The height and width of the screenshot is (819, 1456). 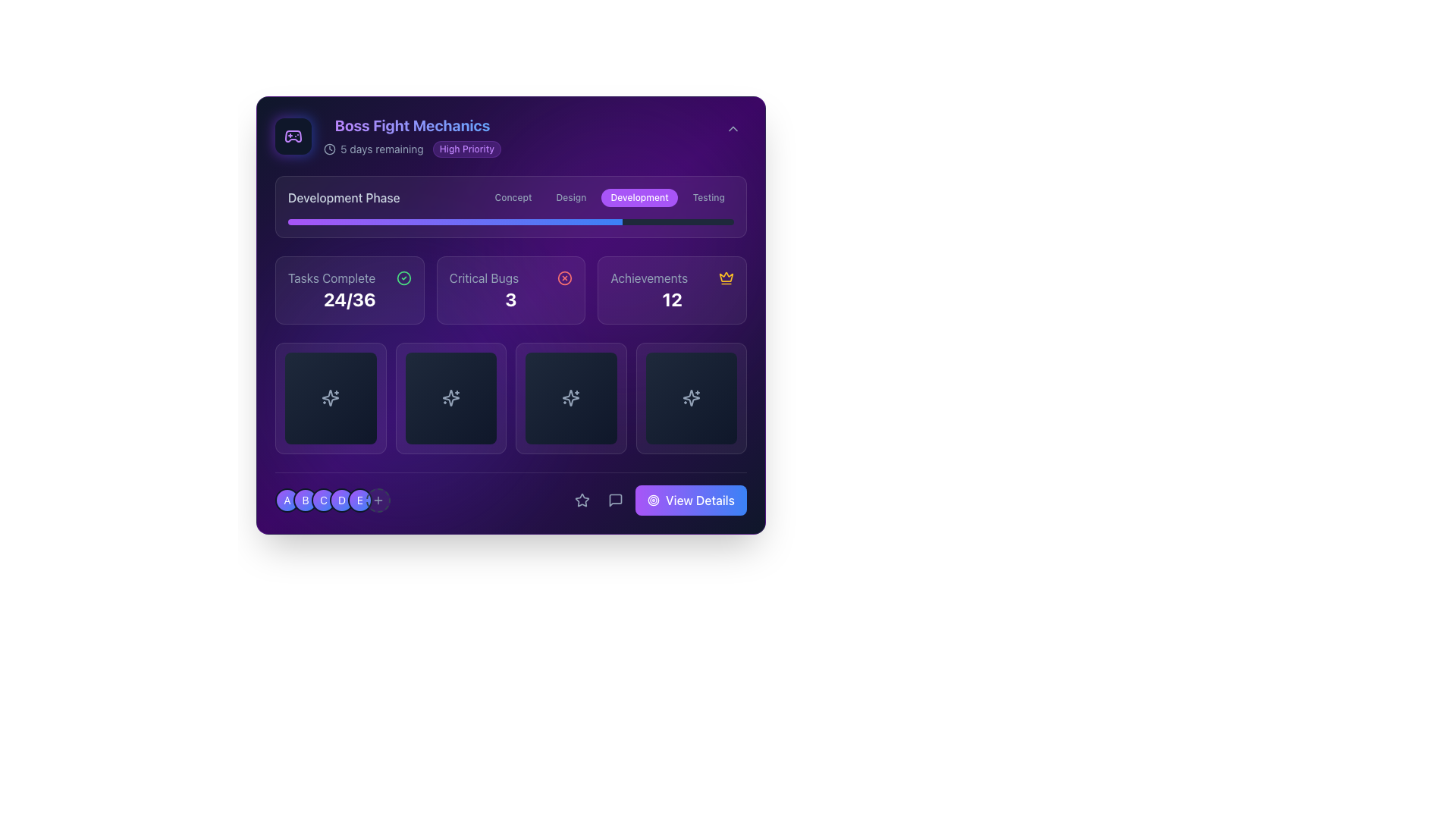 I want to click on the 'Design' phase button, which is the second button in a horizontal series of four buttons within the 'Development Phase' section, located between the 'Concept' and 'Development' buttons, so click(x=570, y=197).